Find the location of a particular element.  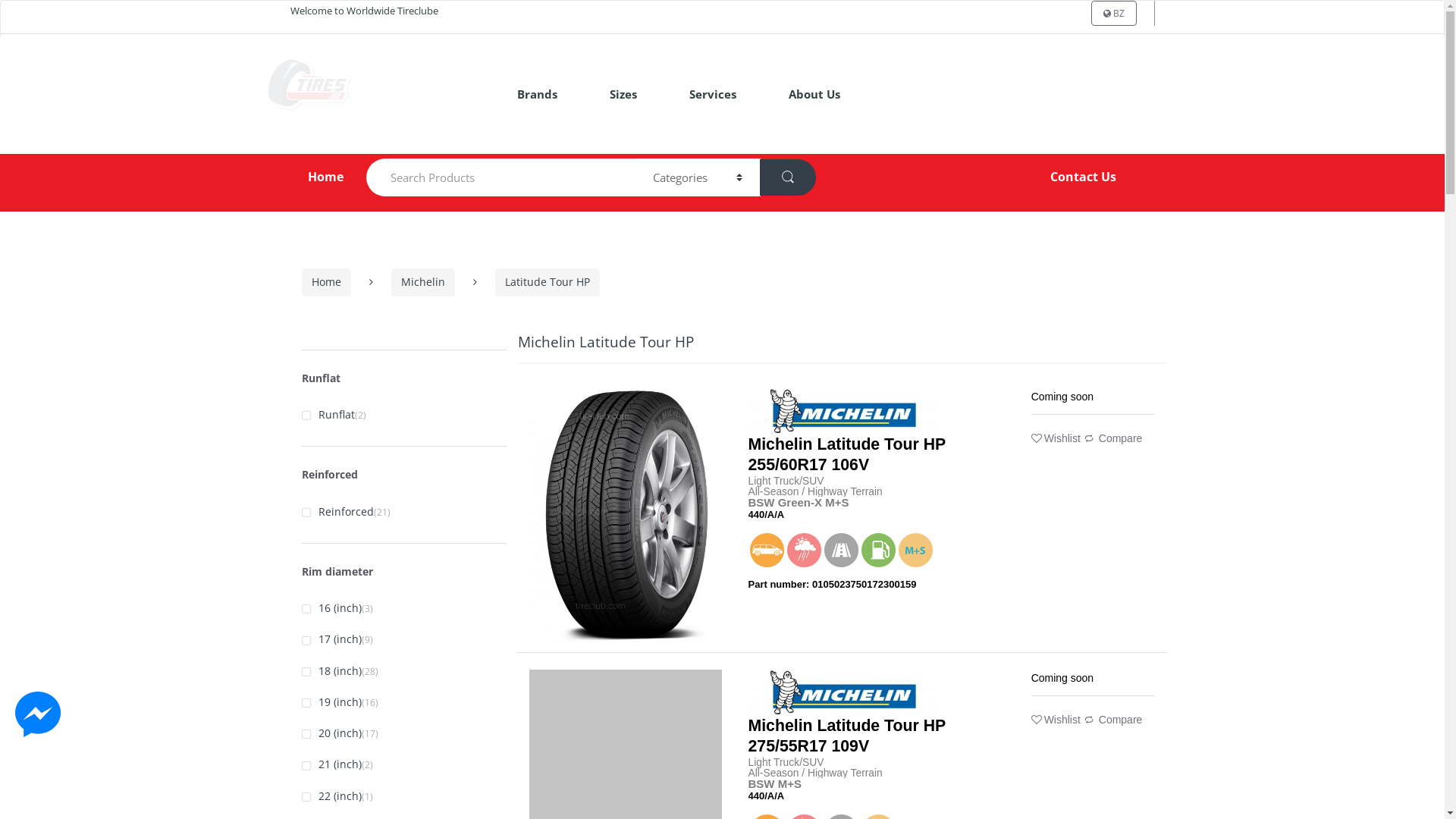

'Contact Us' is located at coordinates (1082, 175).